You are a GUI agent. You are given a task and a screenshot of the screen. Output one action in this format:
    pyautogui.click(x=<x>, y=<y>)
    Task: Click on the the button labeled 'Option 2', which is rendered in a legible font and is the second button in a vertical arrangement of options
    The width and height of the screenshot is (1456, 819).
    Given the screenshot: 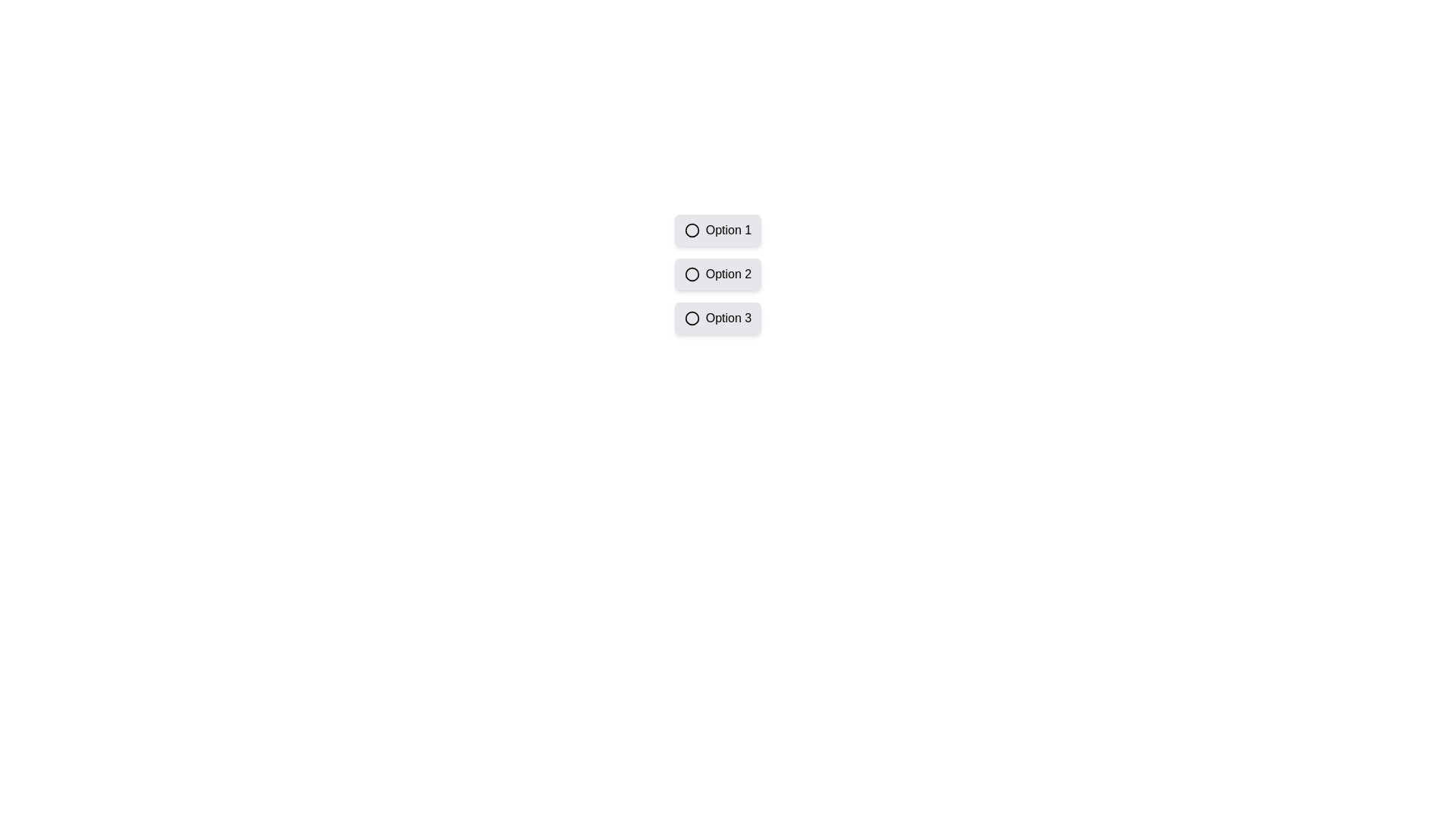 What is the action you would take?
    pyautogui.click(x=728, y=275)
    